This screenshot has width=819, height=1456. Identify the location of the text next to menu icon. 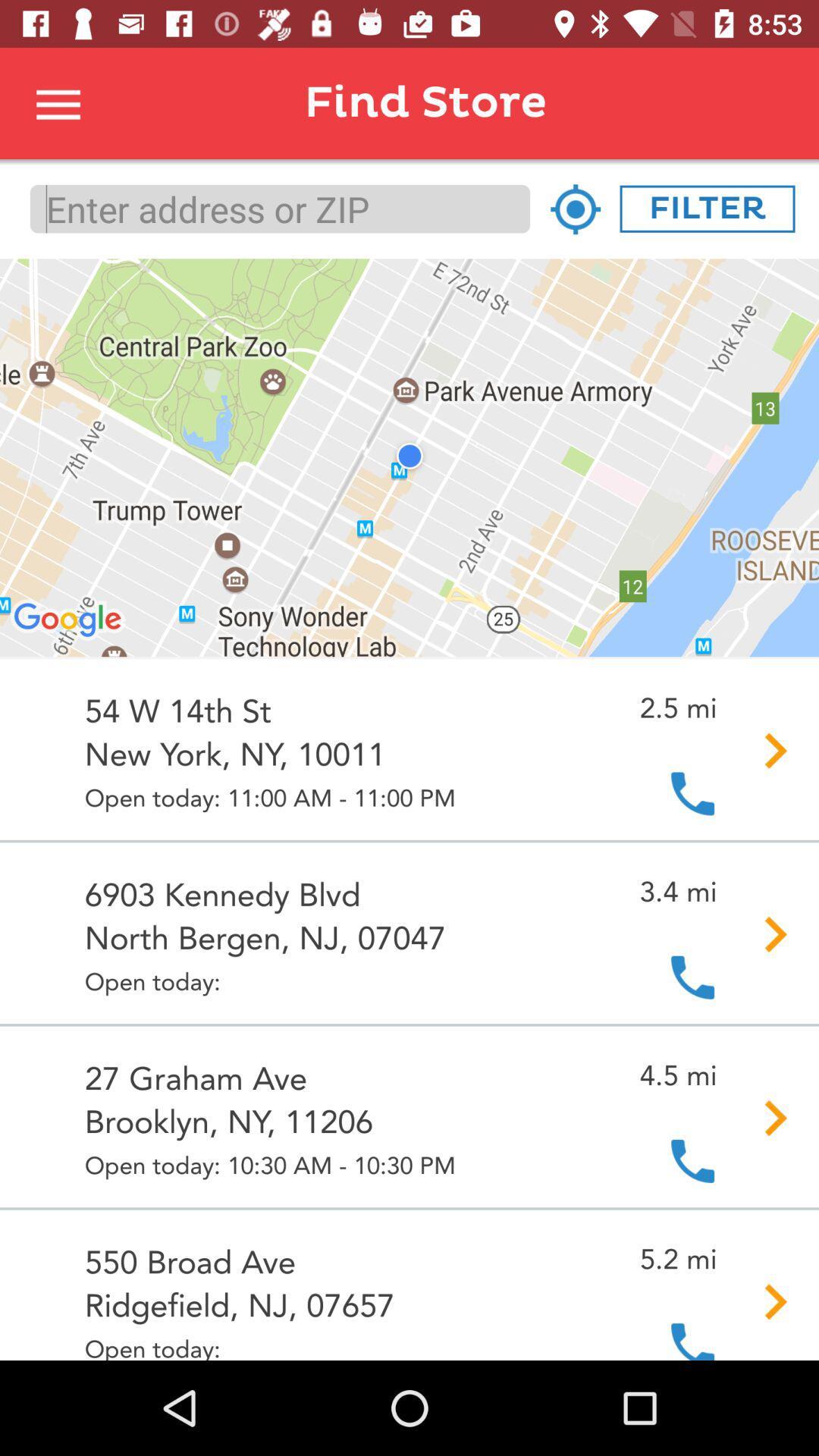
(457, 102).